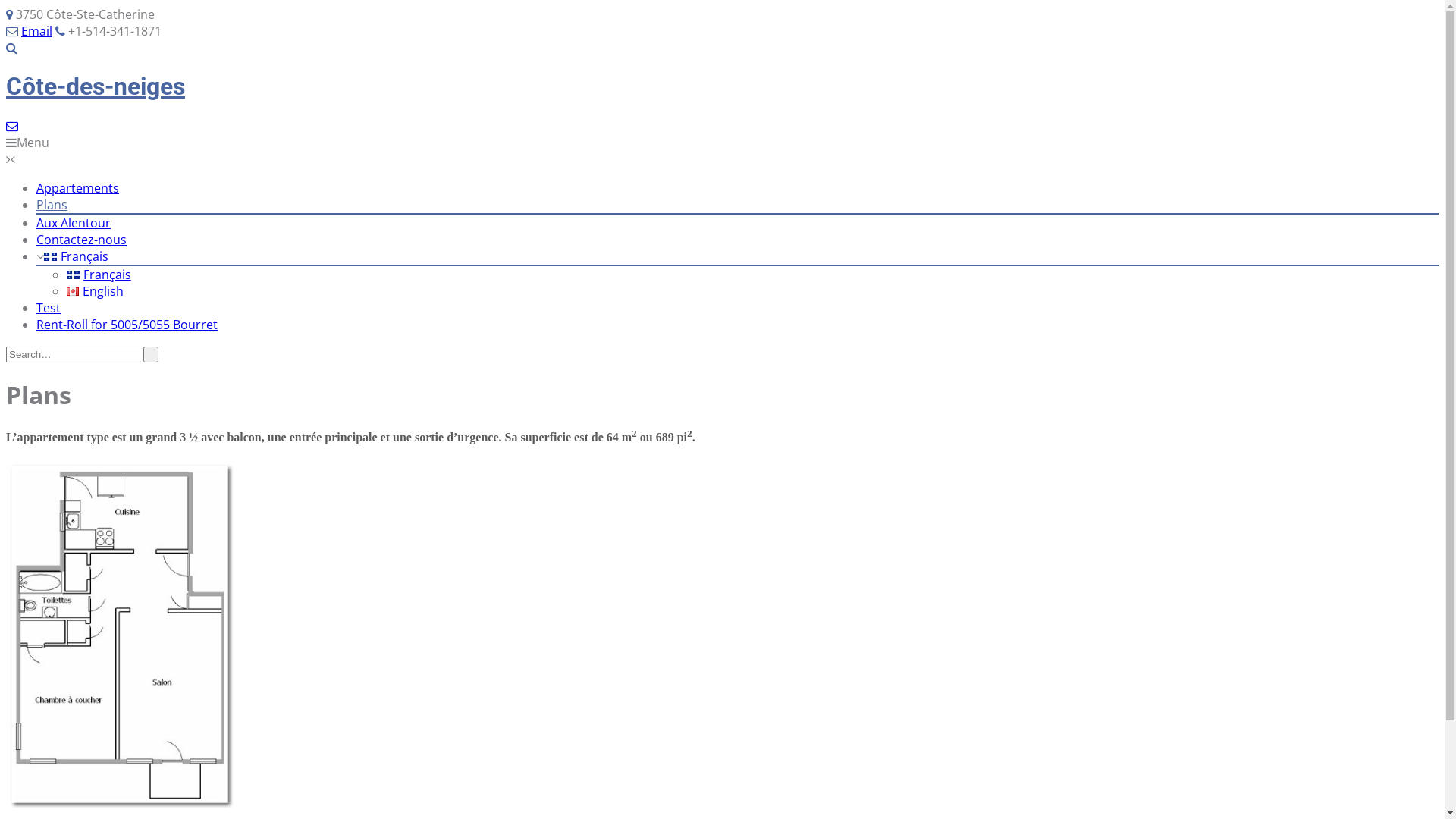  What do you see at coordinates (52, 205) in the screenshot?
I see `'Plans'` at bounding box center [52, 205].